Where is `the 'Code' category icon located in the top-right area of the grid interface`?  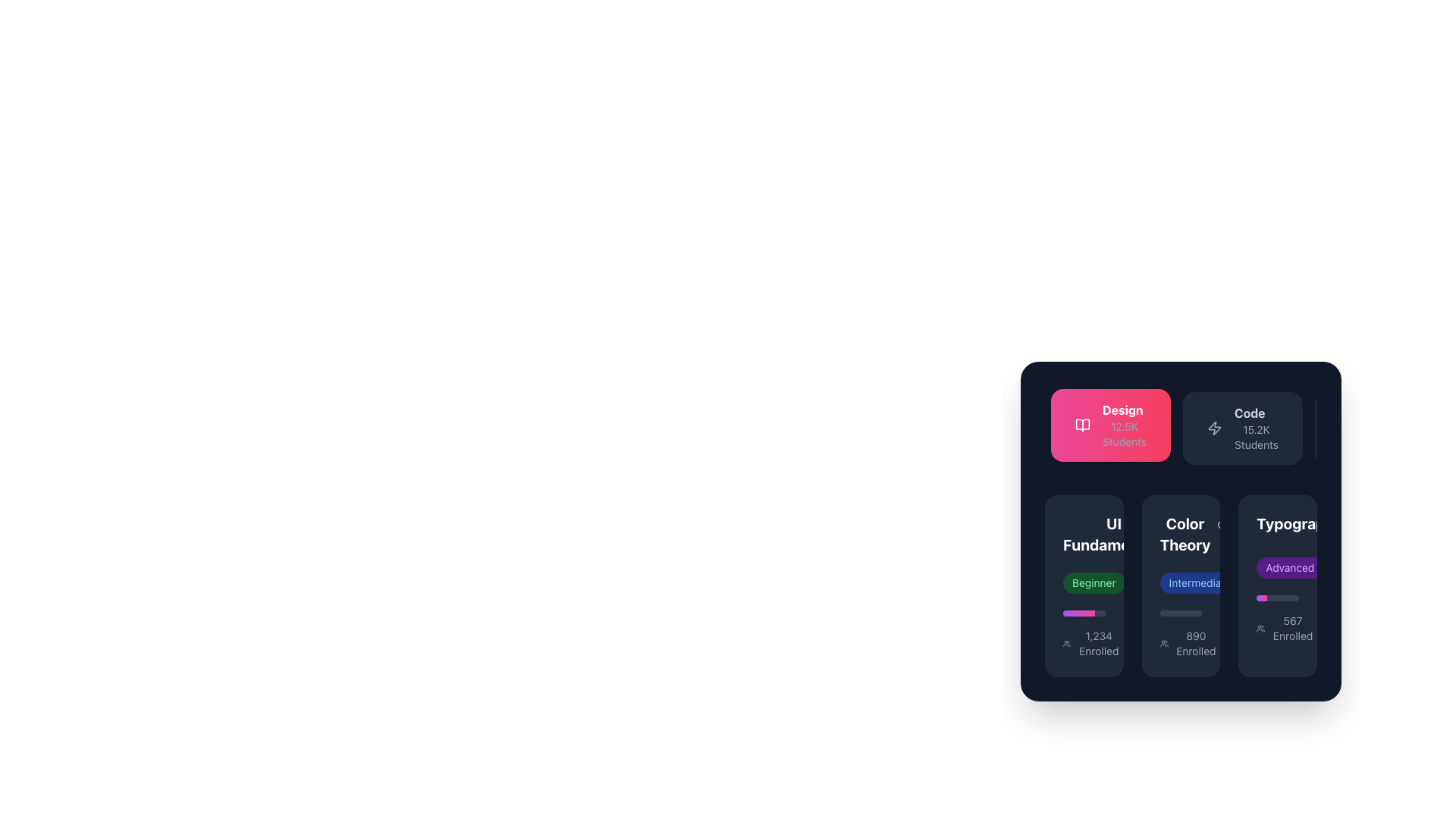 the 'Code' category icon located in the top-right area of the grid interface is located at coordinates (1215, 428).